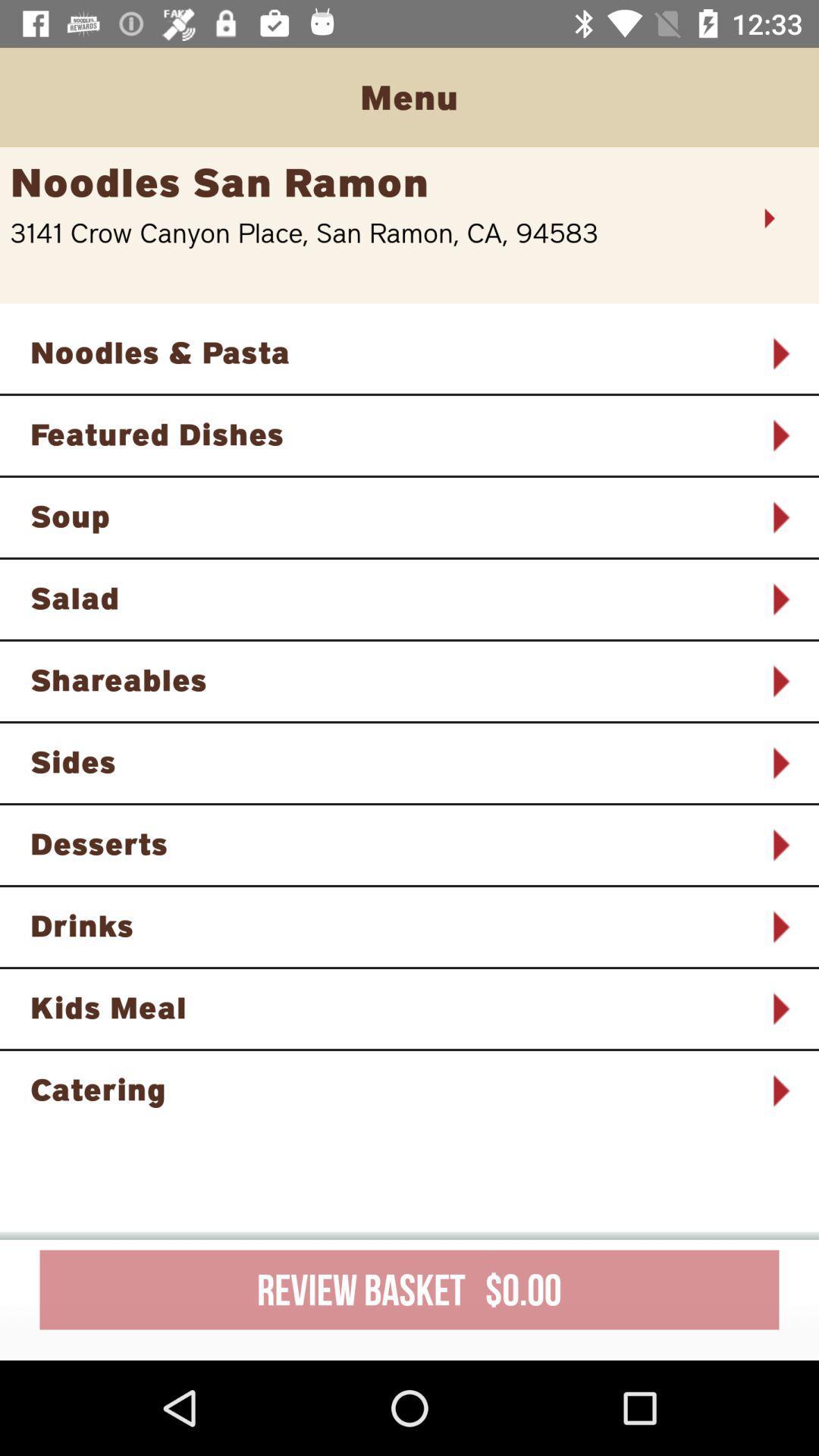 The width and height of the screenshot is (819, 1456). Describe the element at coordinates (780, 680) in the screenshot. I see `item next to shareables` at that location.